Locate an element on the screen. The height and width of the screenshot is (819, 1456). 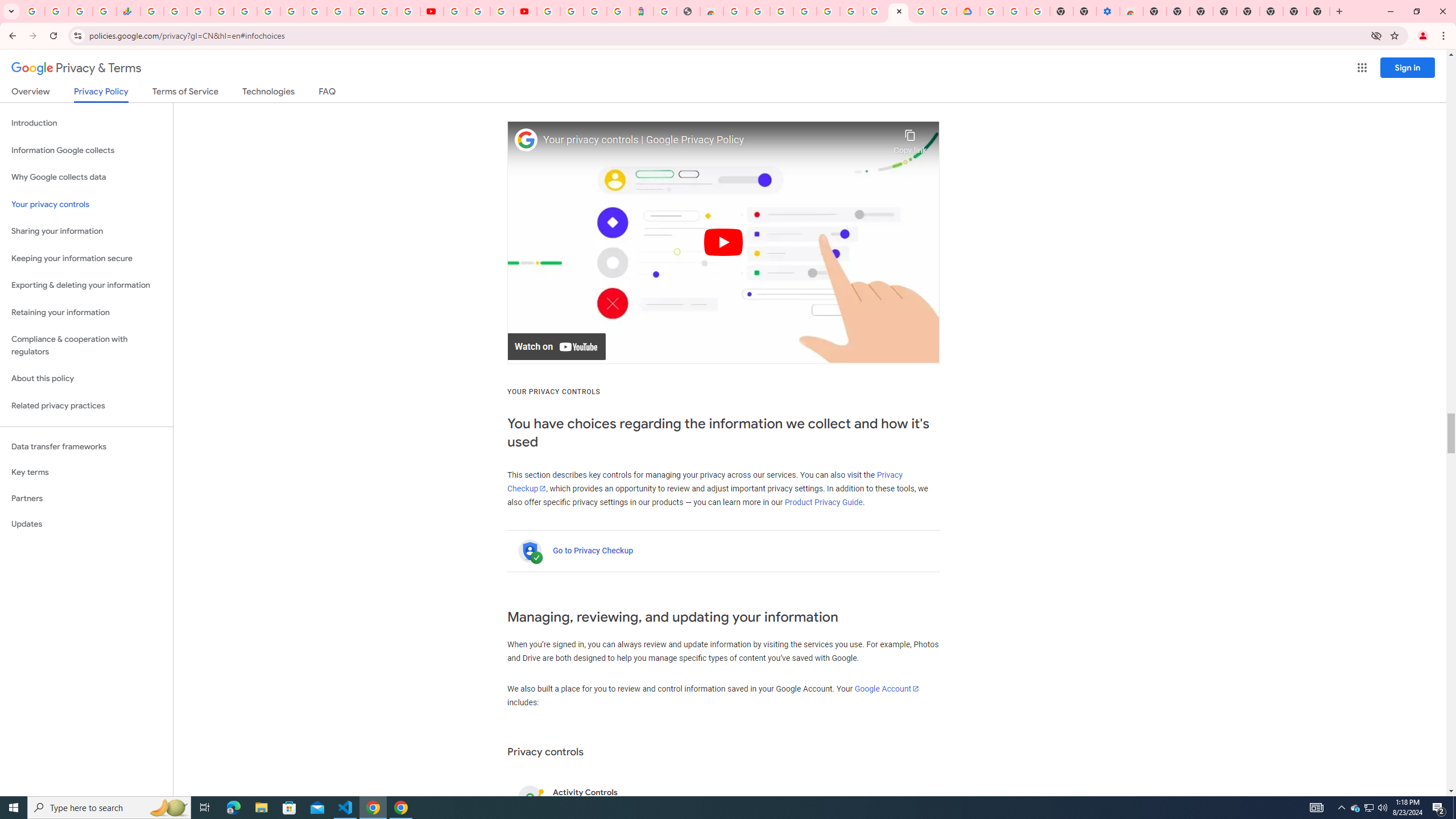
'Create your Google Account' is located at coordinates (500, 11).